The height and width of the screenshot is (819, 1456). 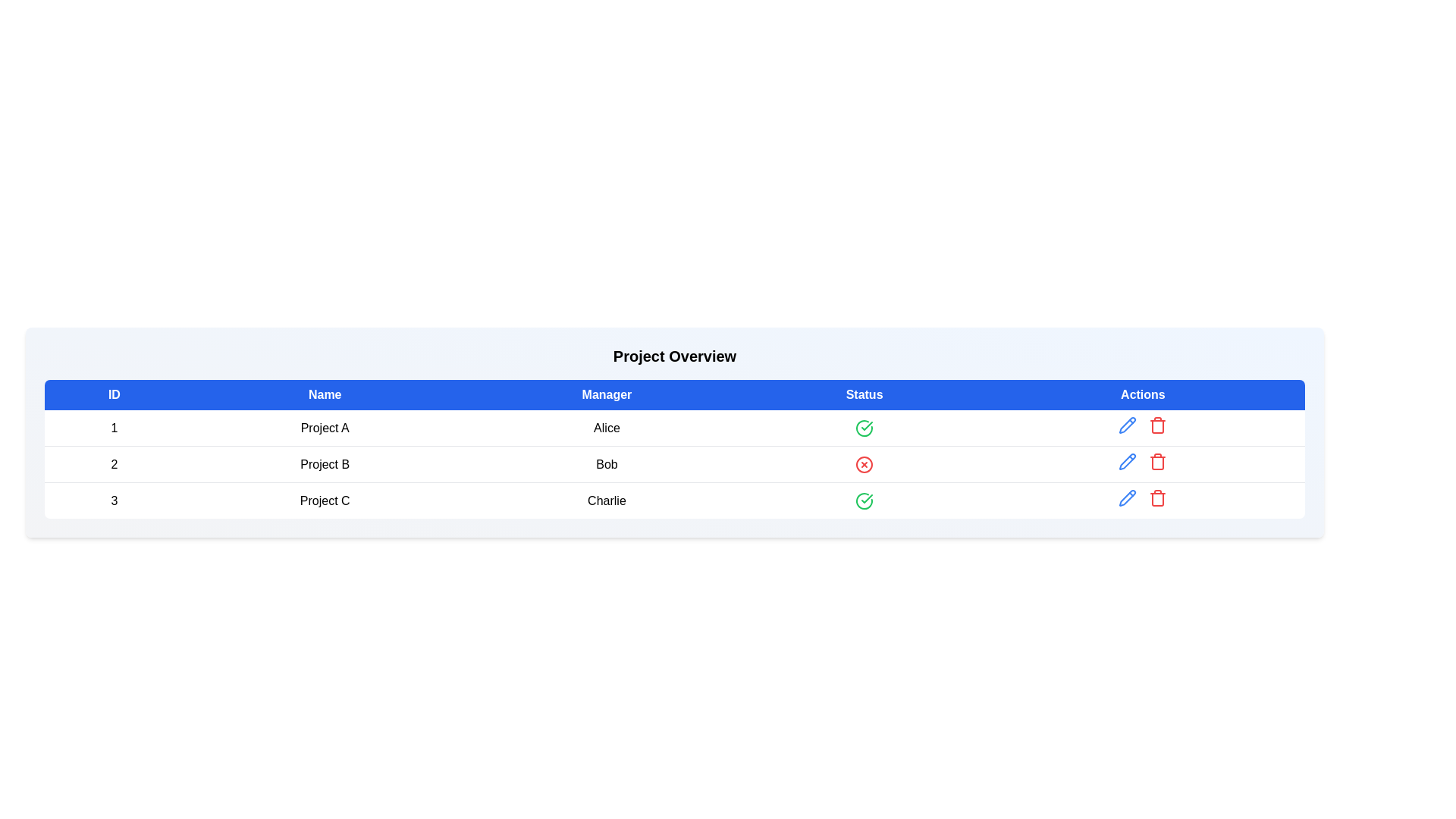 What do you see at coordinates (864, 463) in the screenshot?
I see `the error status indicator icon` at bounding box center [864, 463].